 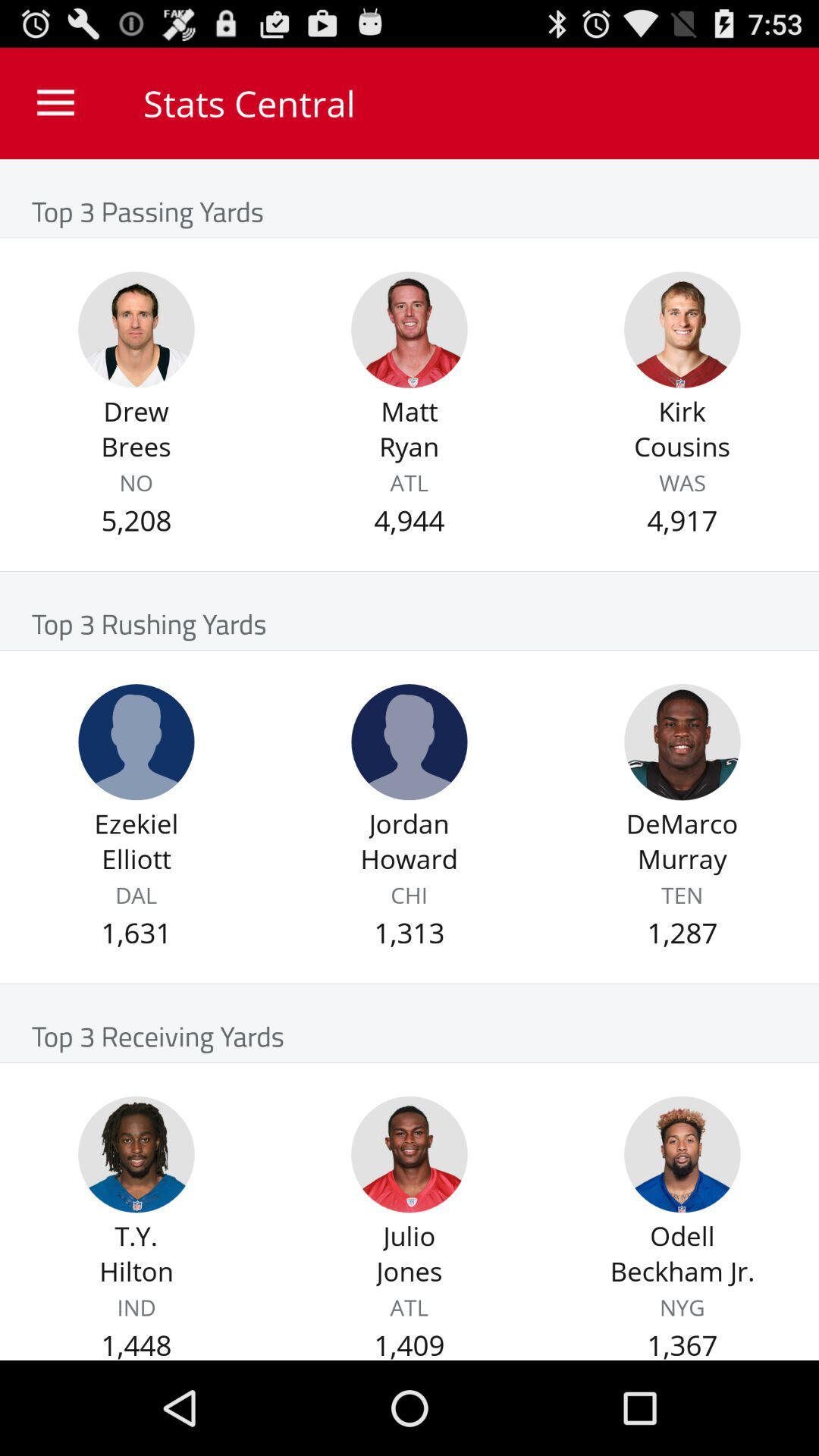 I want to click on the avatar icon, so click(x=136, y=1235).